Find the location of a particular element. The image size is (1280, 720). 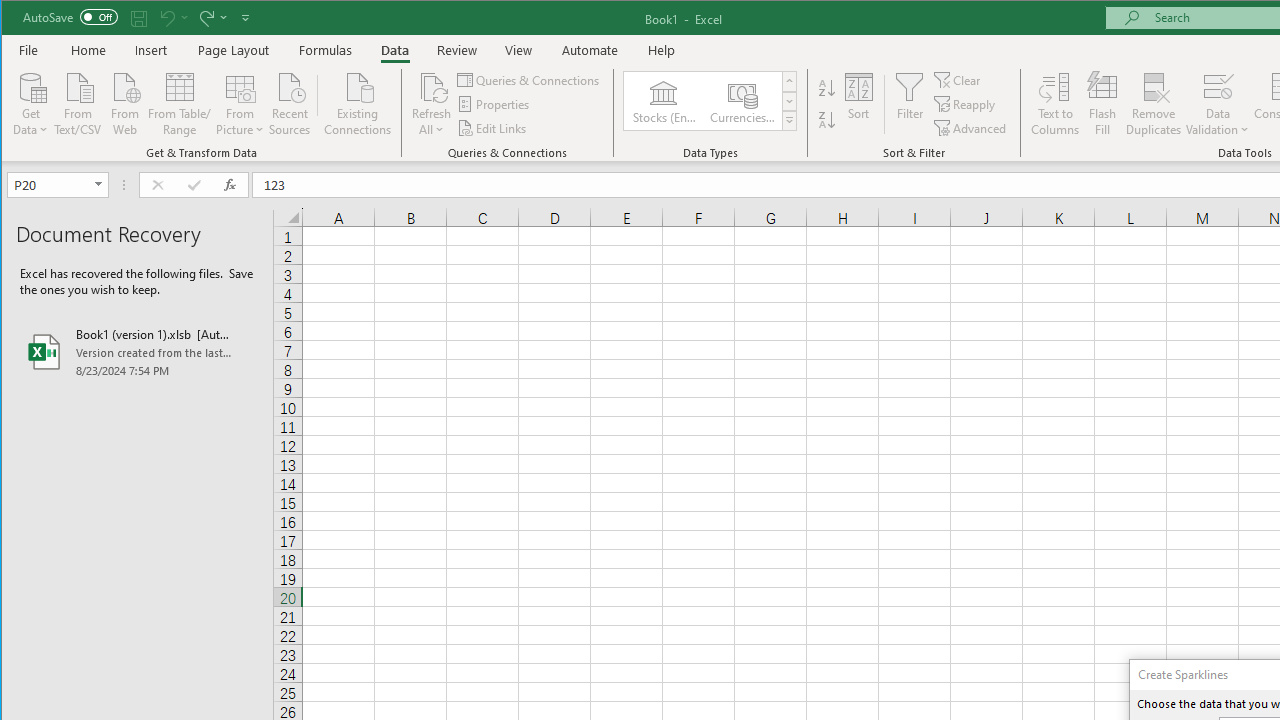

'Row up' is located at coordinates (788, 80).